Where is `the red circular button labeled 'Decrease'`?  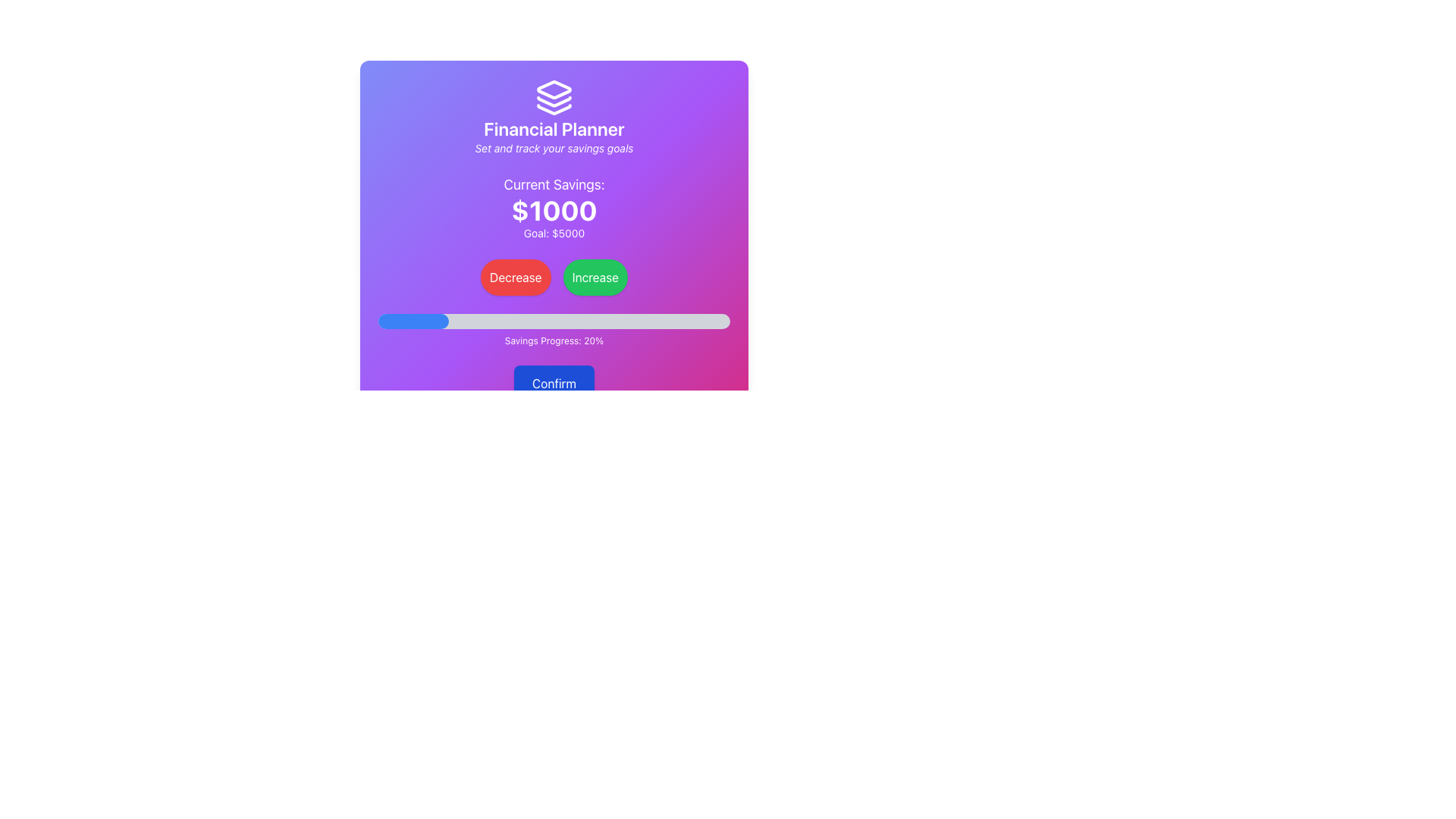 the red circular button labeled 'Decrease' is located at coordinates (516, 278).